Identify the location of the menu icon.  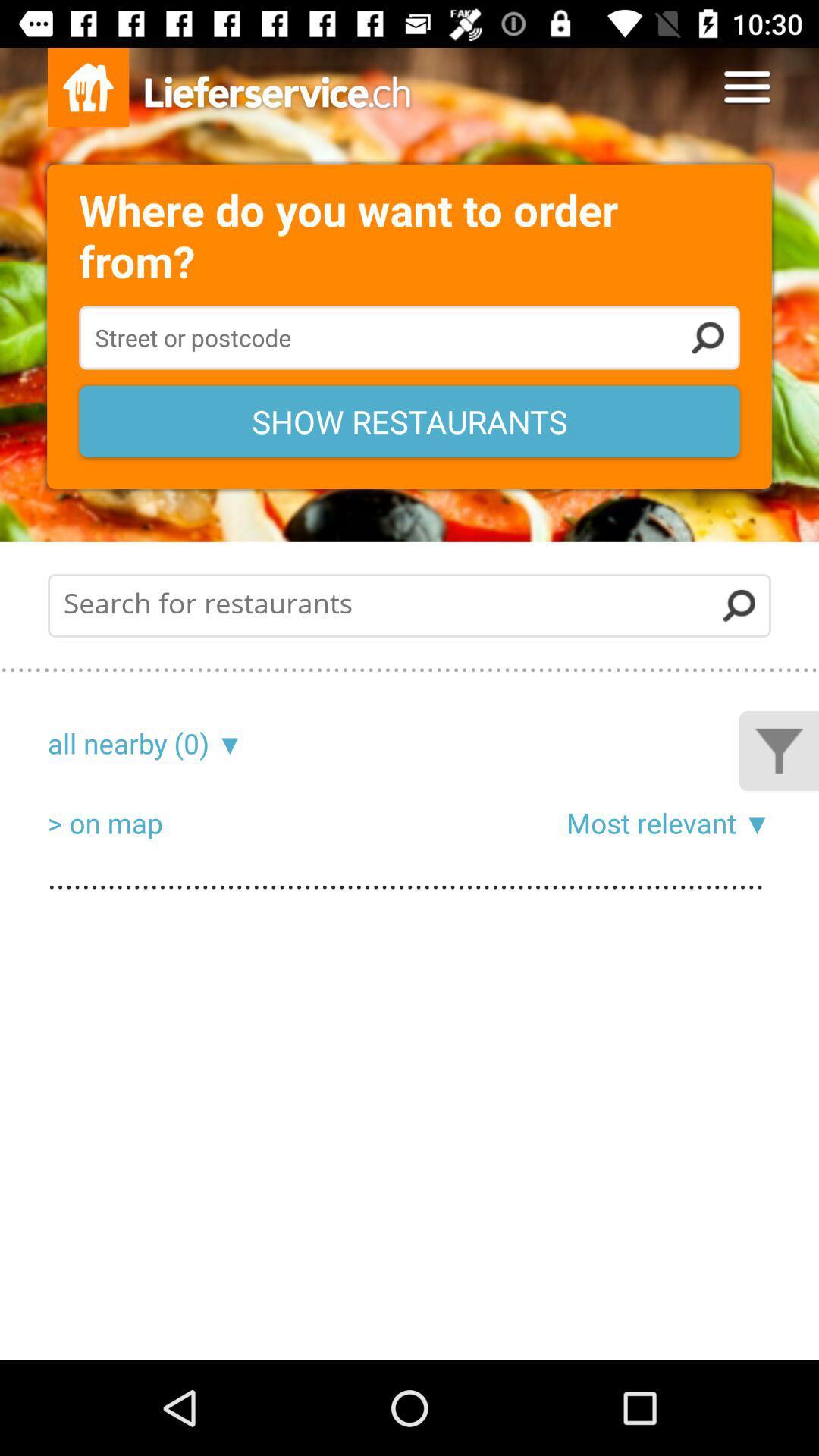
(746, 86).